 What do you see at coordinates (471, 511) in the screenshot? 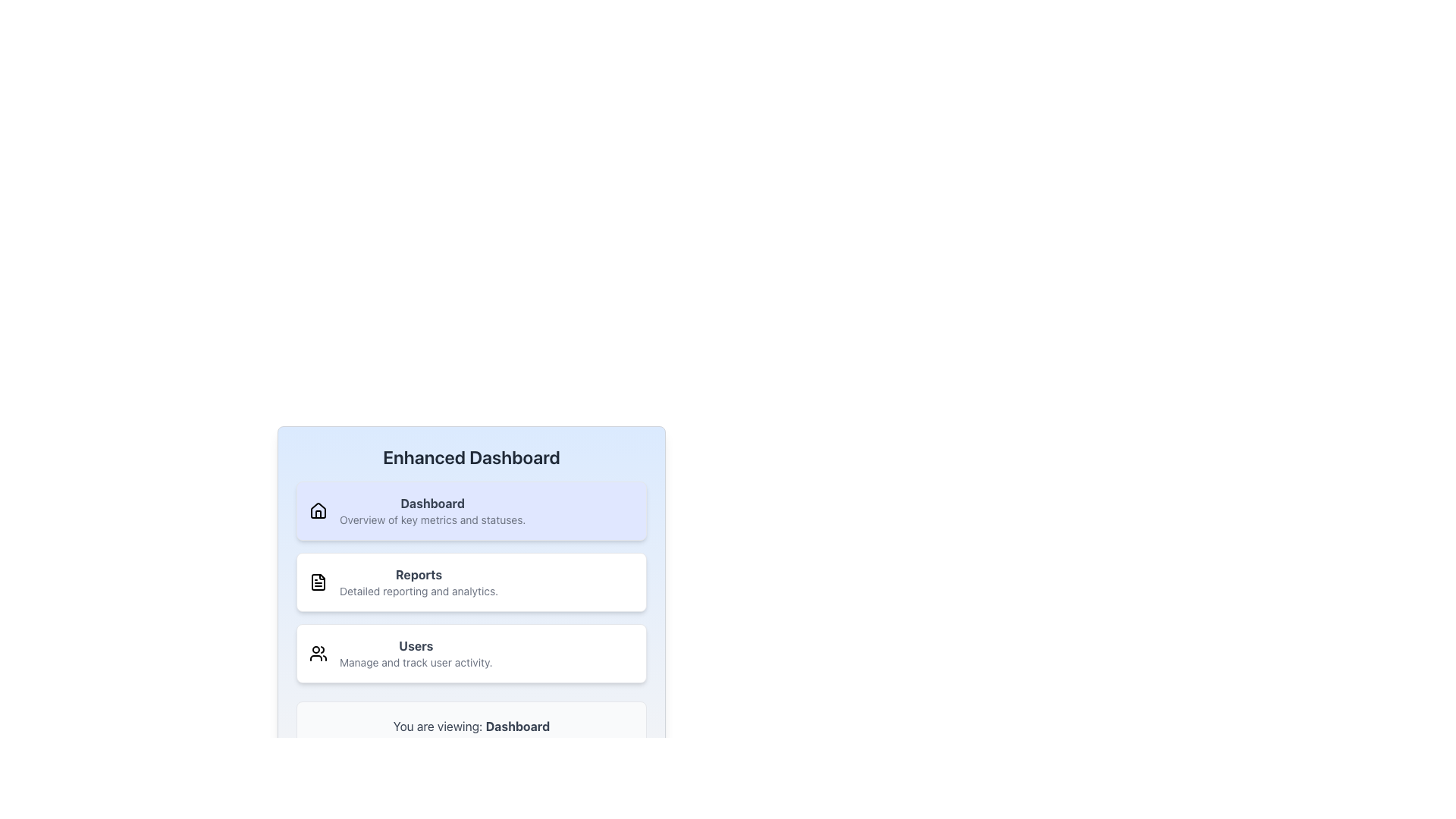
I see `the 'Dashboard' button with a house icon` at bounding box center [471, 511].